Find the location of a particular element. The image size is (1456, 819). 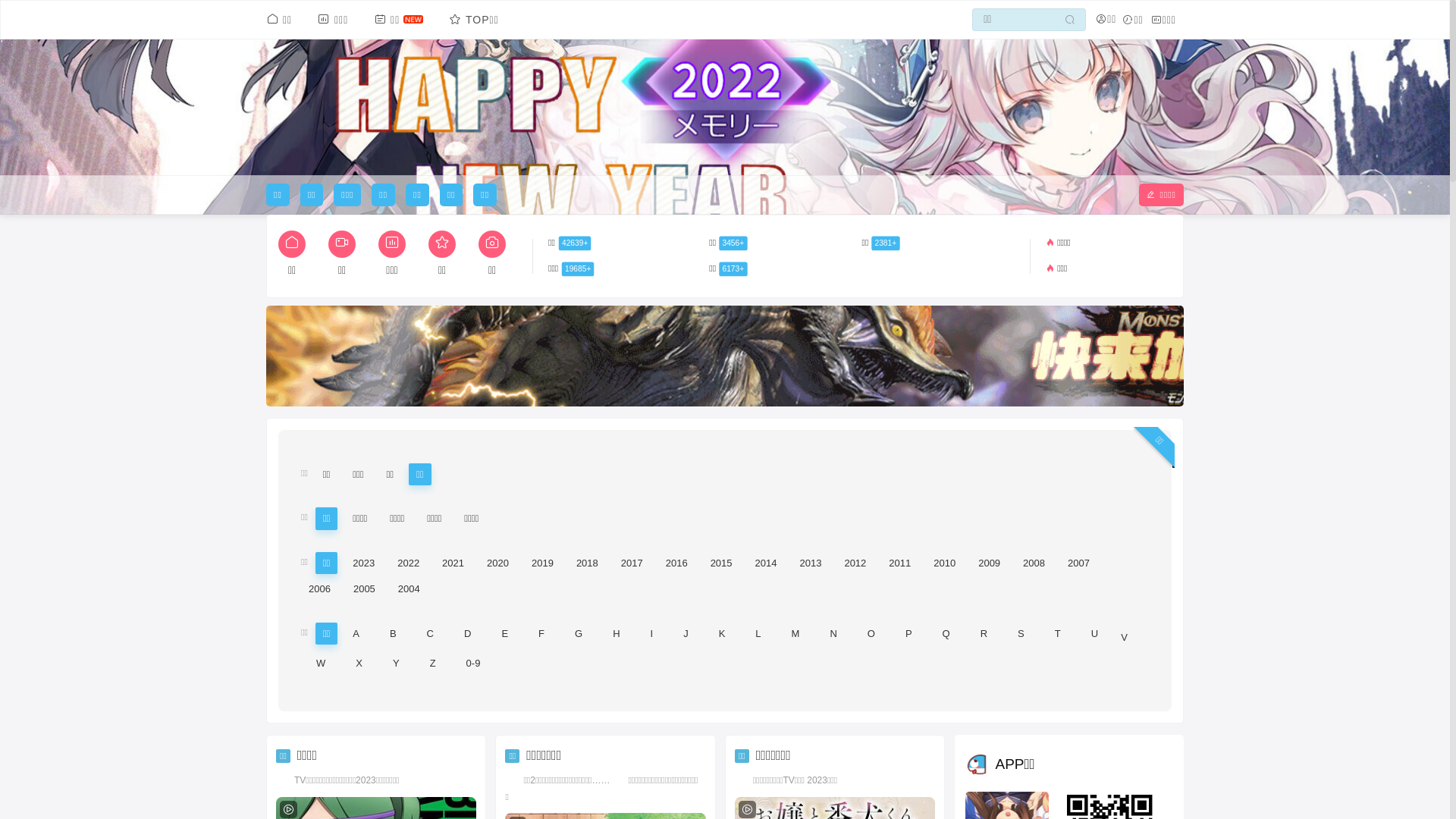

'2023' is located at coordinates (362, 563).